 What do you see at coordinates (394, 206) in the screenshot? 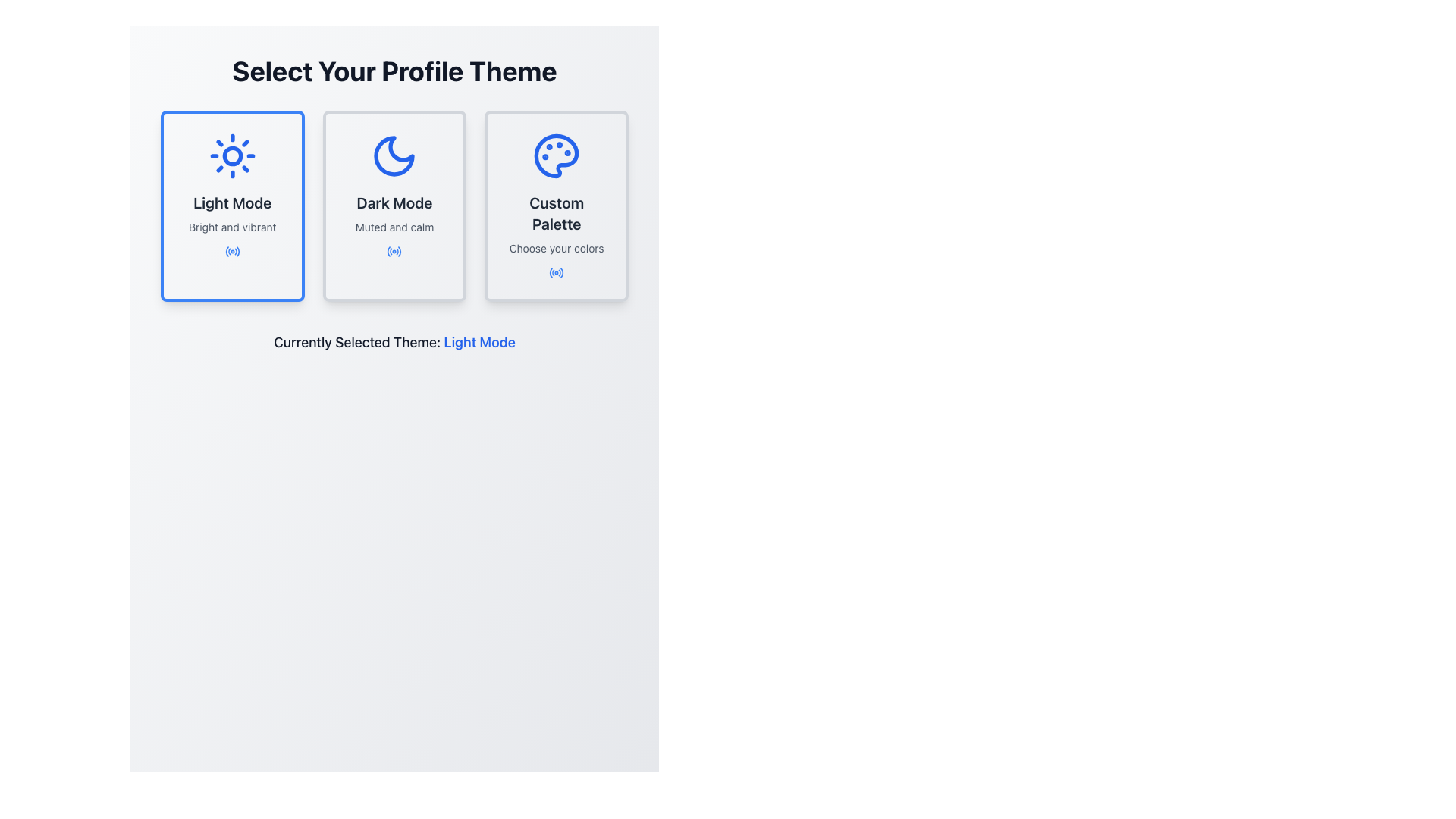
I see `the 'Dark Mode' Selection Card, which is the middle card in a grid layout` at bounding box center [394, 206].